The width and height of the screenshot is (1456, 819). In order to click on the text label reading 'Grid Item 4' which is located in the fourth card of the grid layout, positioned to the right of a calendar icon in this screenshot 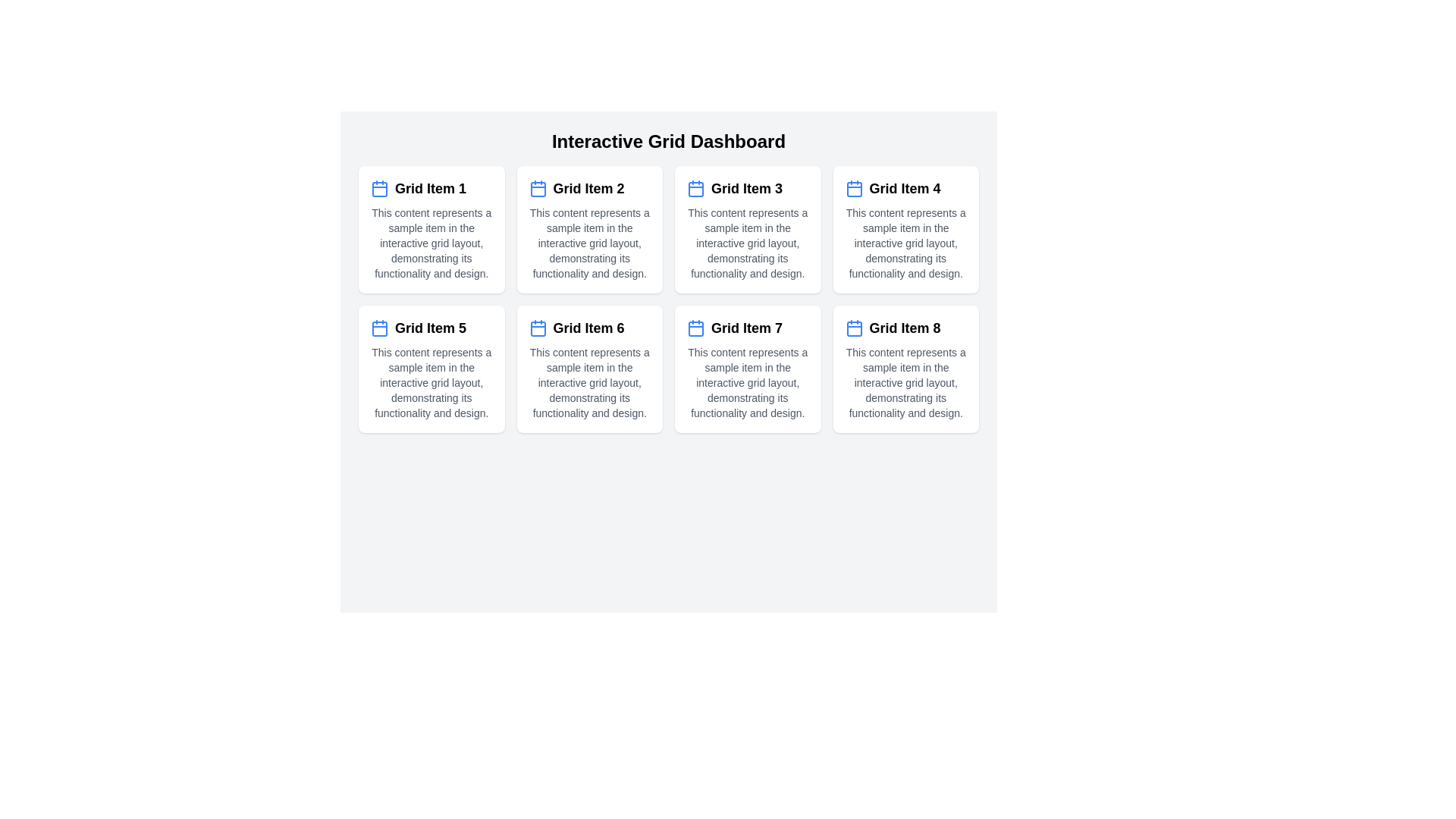, I will do `click(905, 188)`.